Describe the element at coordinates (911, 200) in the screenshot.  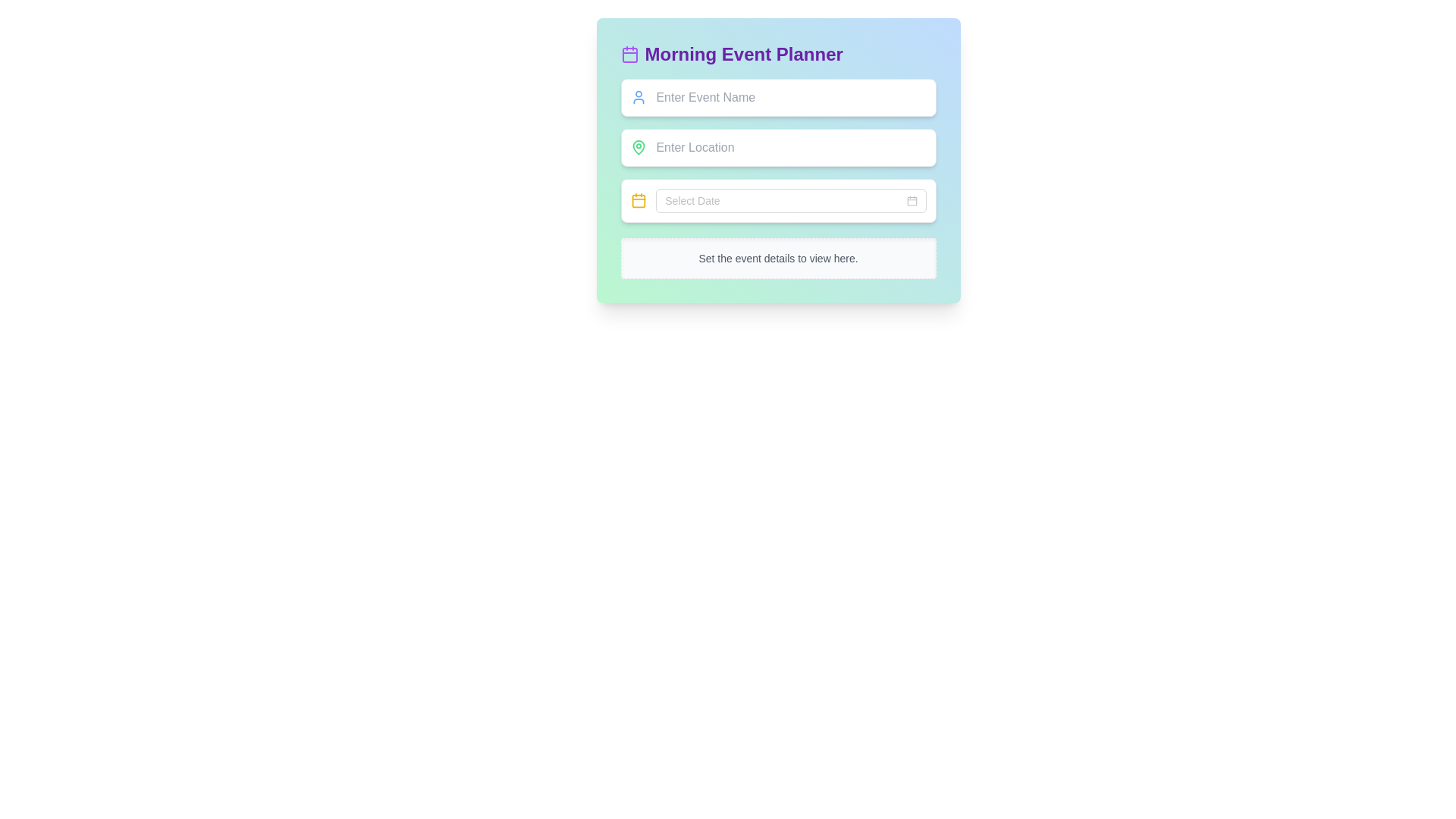
I see `the red Calendar icon located on the far right side of the 'Select Date' input field` at that location.